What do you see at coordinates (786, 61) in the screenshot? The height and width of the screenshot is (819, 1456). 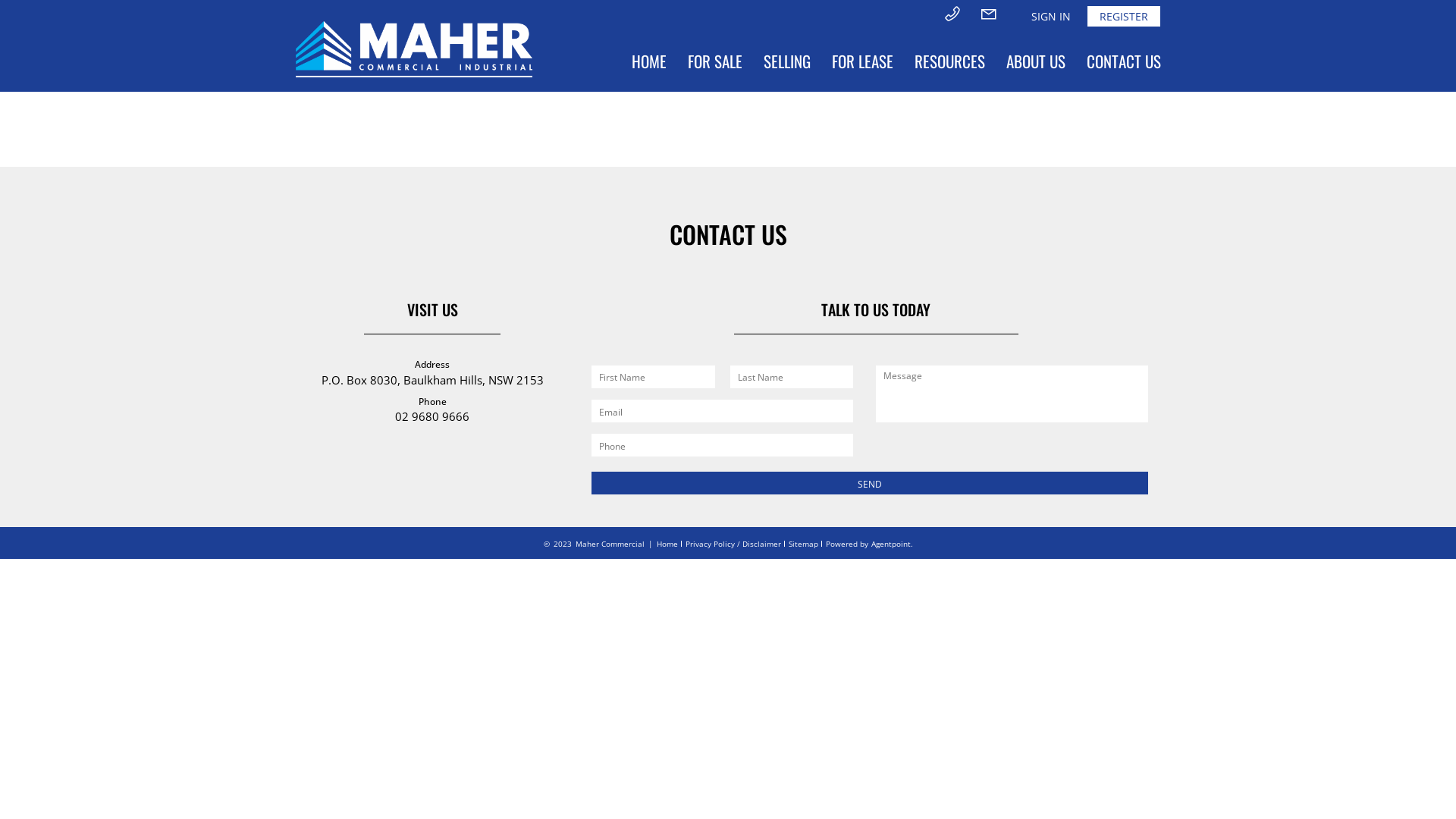 I see `'SELLING'` at bounding box center [786, 61].